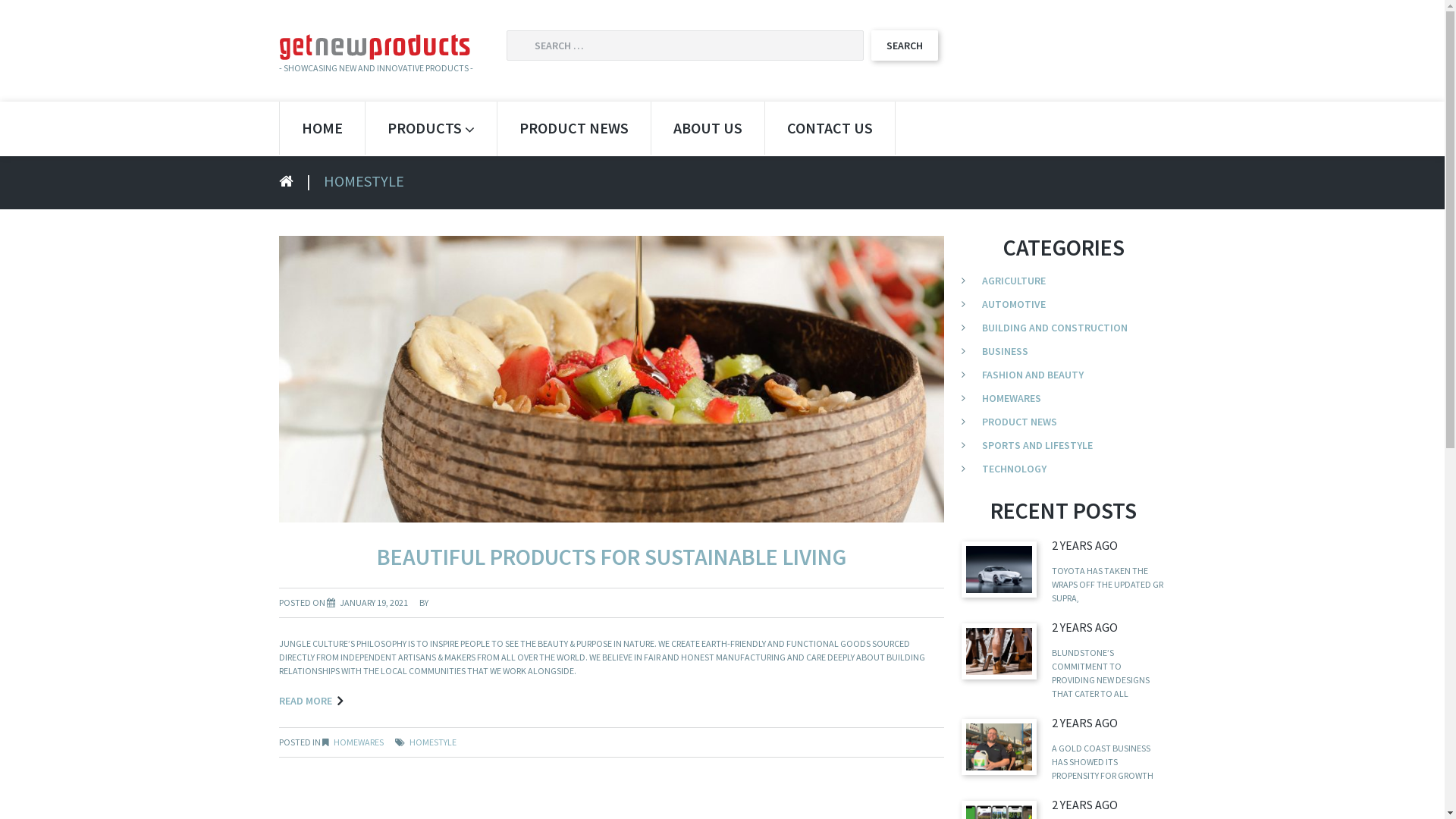 The height and width of the screenshot is (819, 1456). What do you see at coordinates (999, 650) in the screenshot?
I see `'The perfect crew boot'` at bounding box center [999, 650].